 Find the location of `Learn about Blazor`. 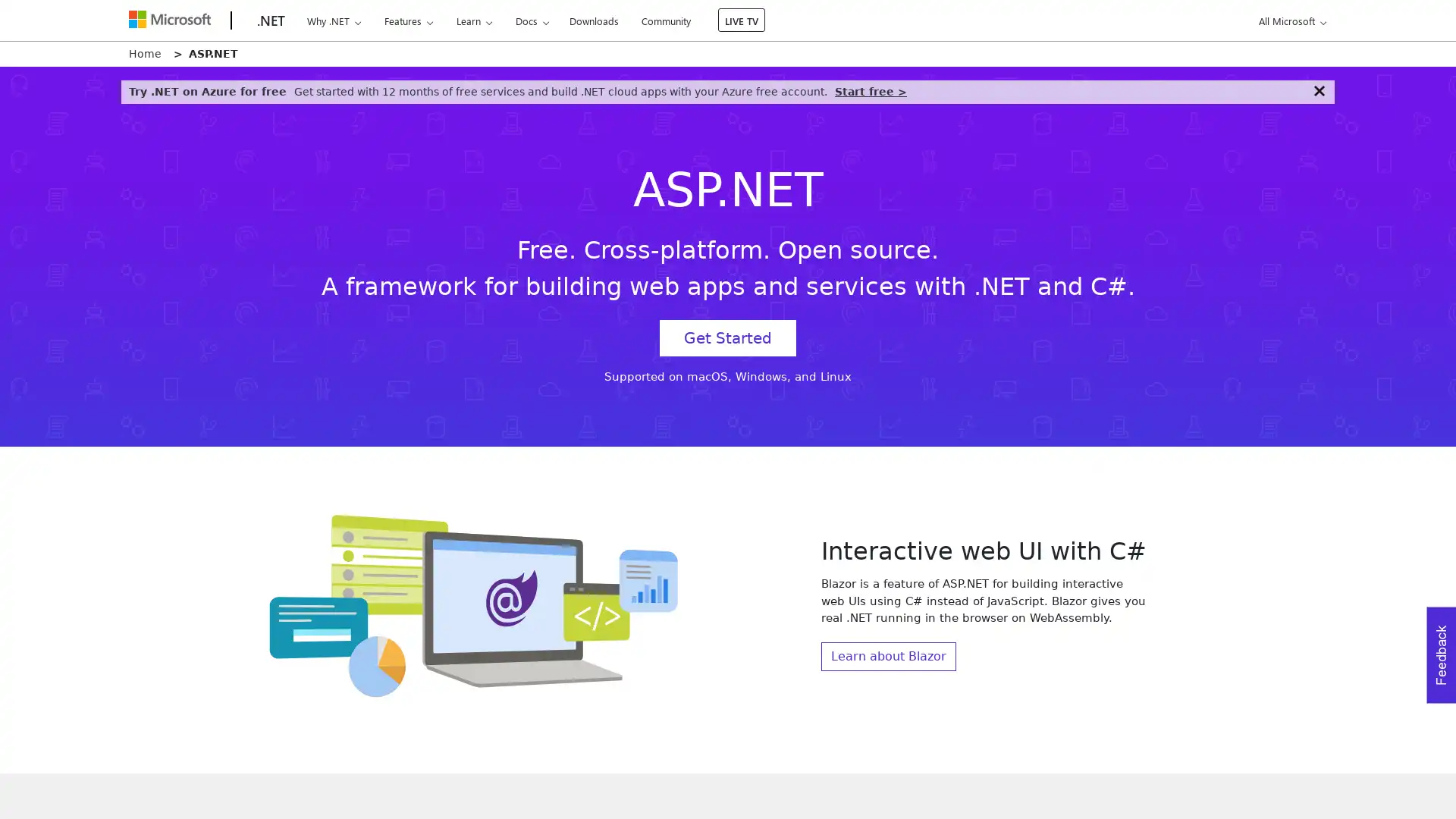

Learn about Blazor is located at coordinates (888, 654).